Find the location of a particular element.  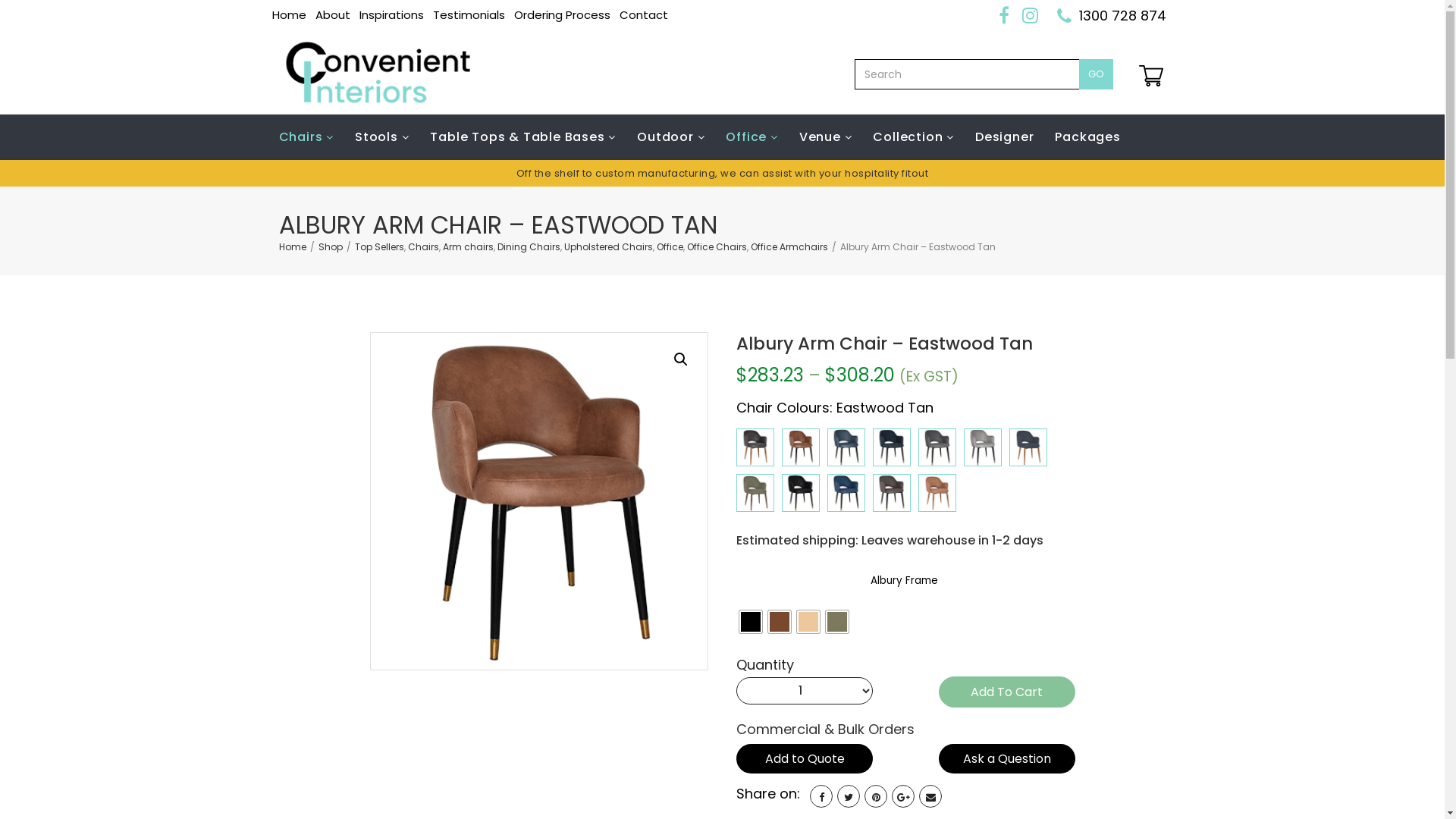

'Office' is located at coordinates (669, 246).